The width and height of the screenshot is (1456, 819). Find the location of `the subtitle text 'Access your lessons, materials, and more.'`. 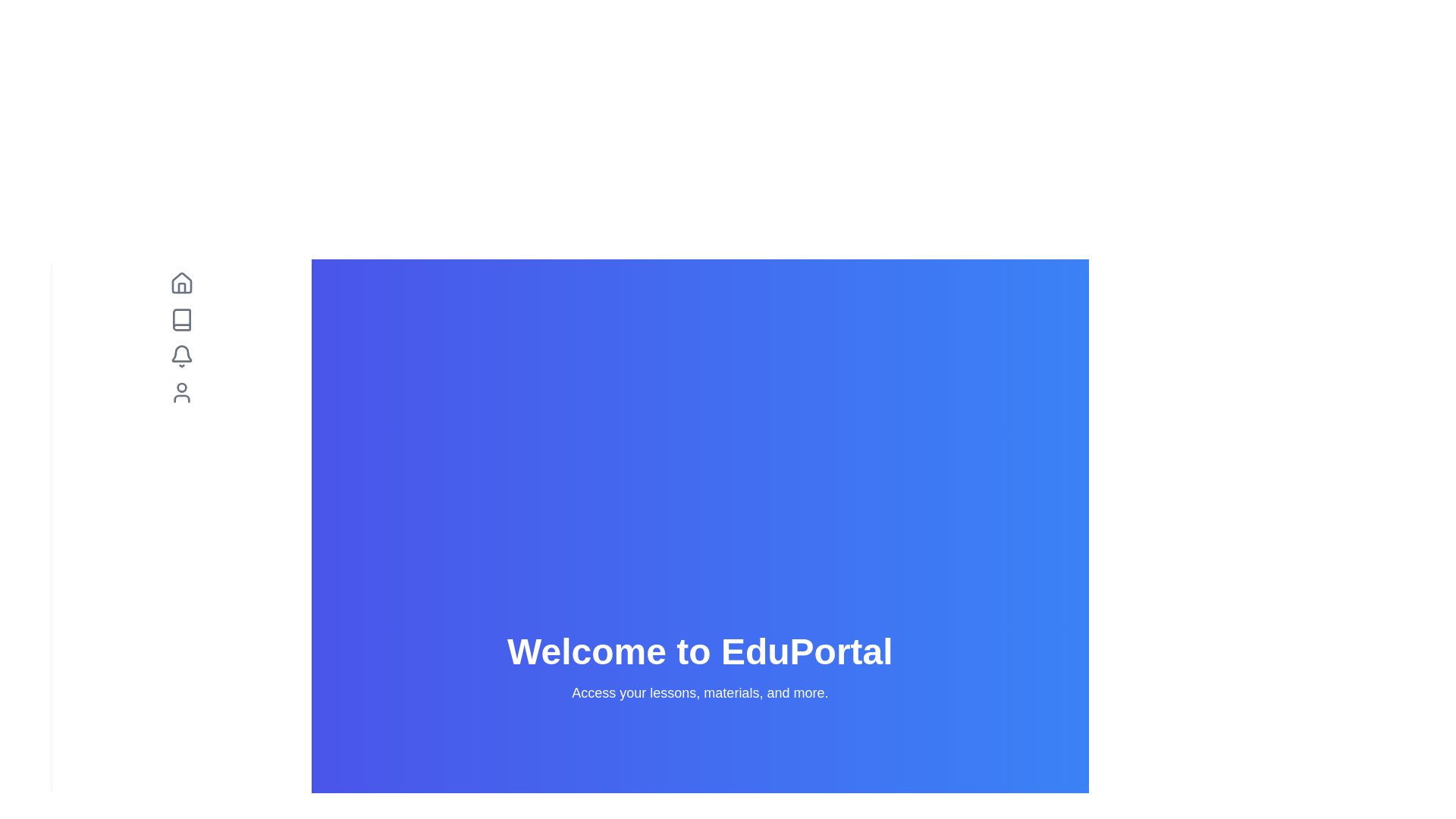

the subtitle text 'Access your lessons, materials, and more.' is located at coordinates (698, 693).